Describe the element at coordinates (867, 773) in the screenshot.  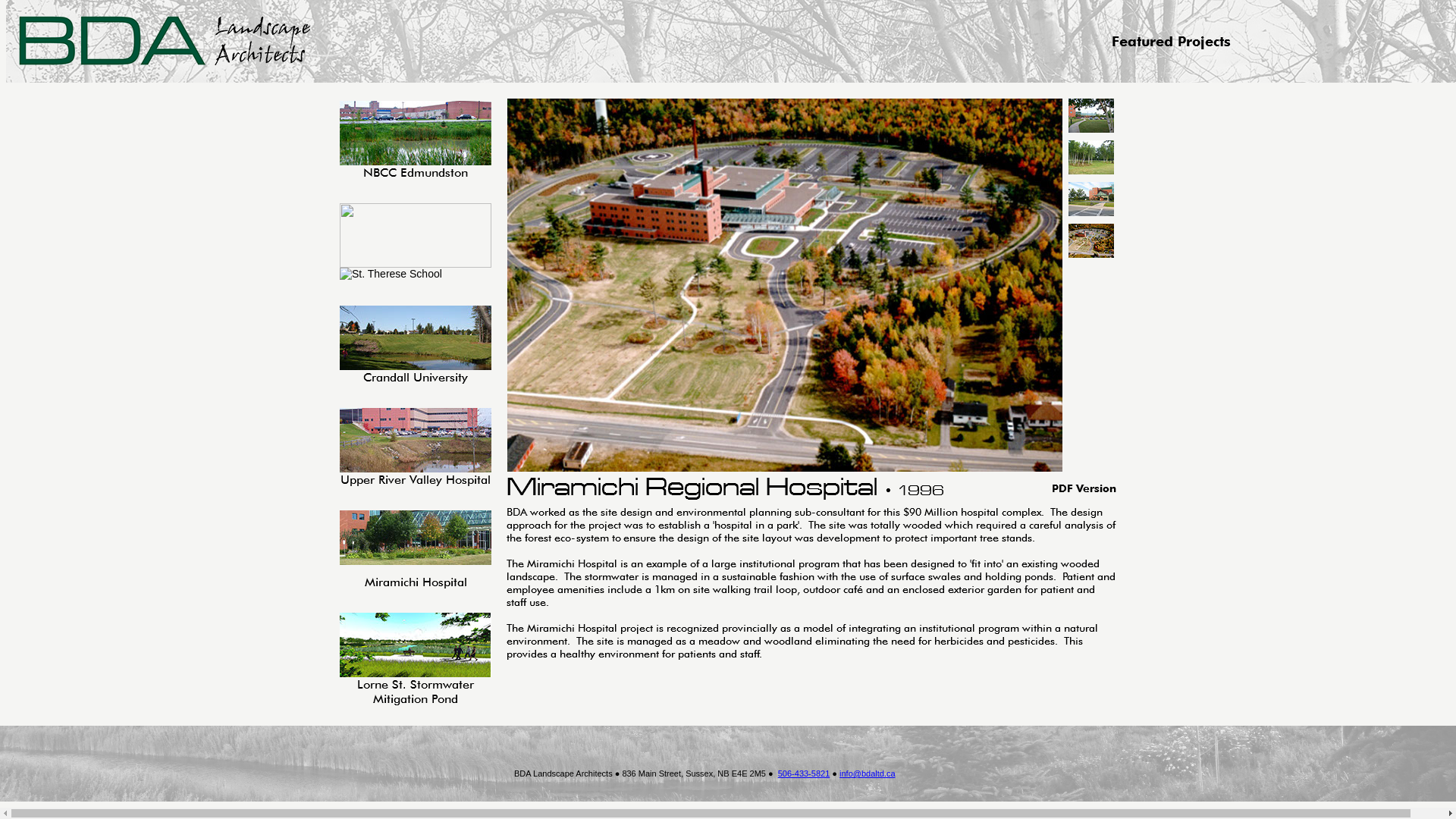
I see `'info@bdaltd.ca'` at that location.